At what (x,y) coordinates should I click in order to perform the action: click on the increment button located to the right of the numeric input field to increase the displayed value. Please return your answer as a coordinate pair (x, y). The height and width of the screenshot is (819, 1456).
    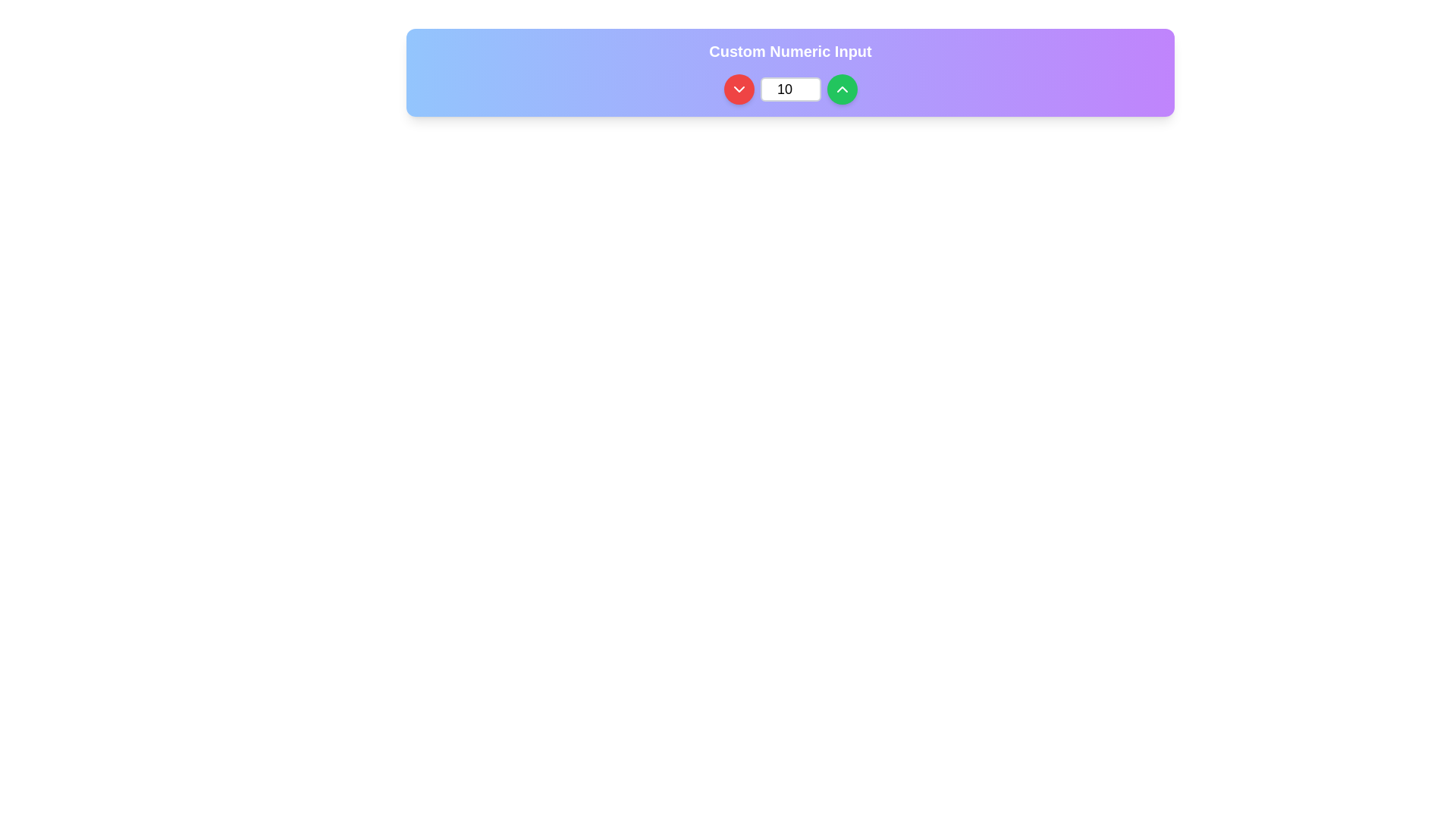
    Looking at the image, I should click on (841, 89).